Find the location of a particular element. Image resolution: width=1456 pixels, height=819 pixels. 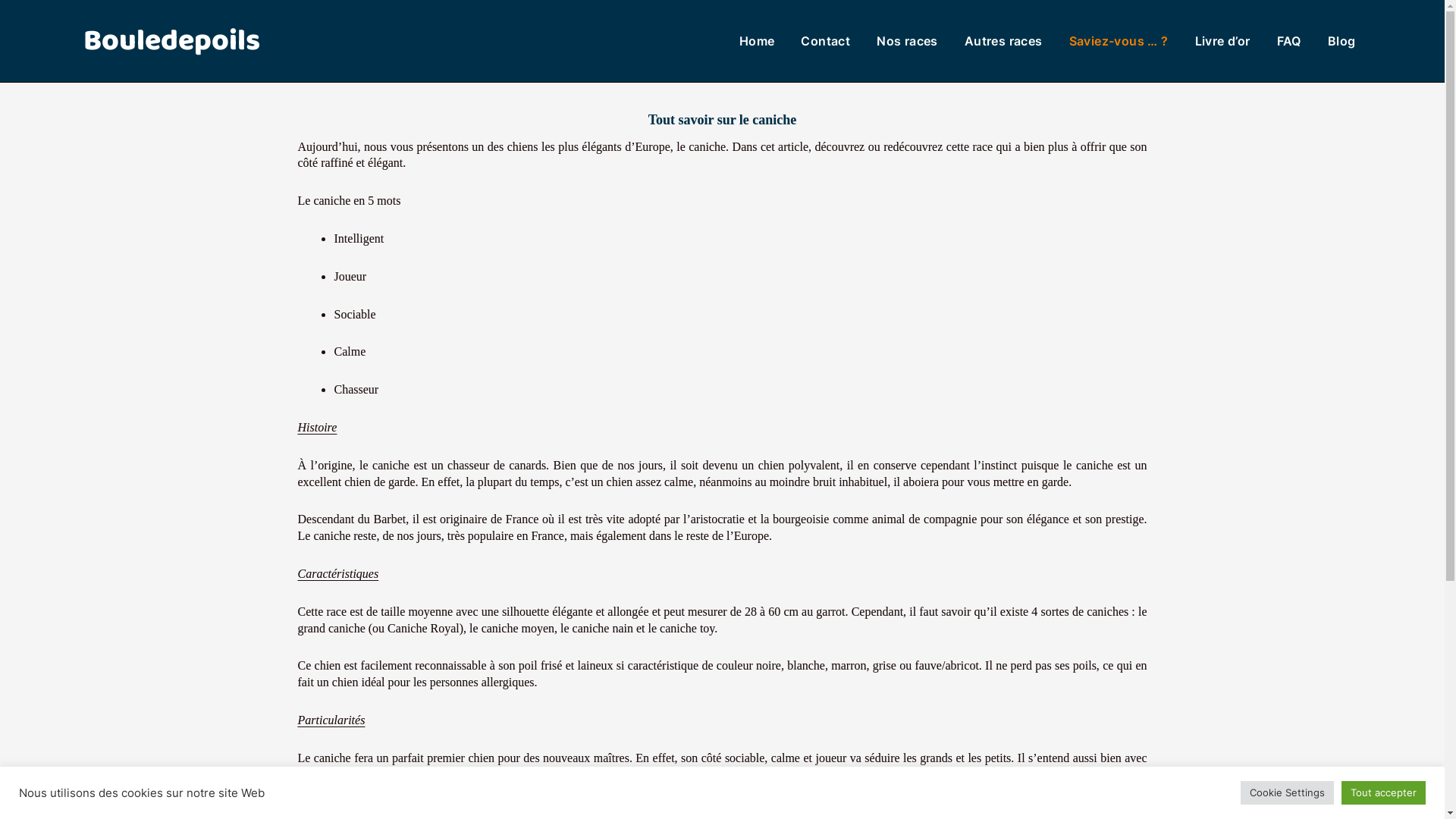

'Blog' is located at coordinates (1341, 40).